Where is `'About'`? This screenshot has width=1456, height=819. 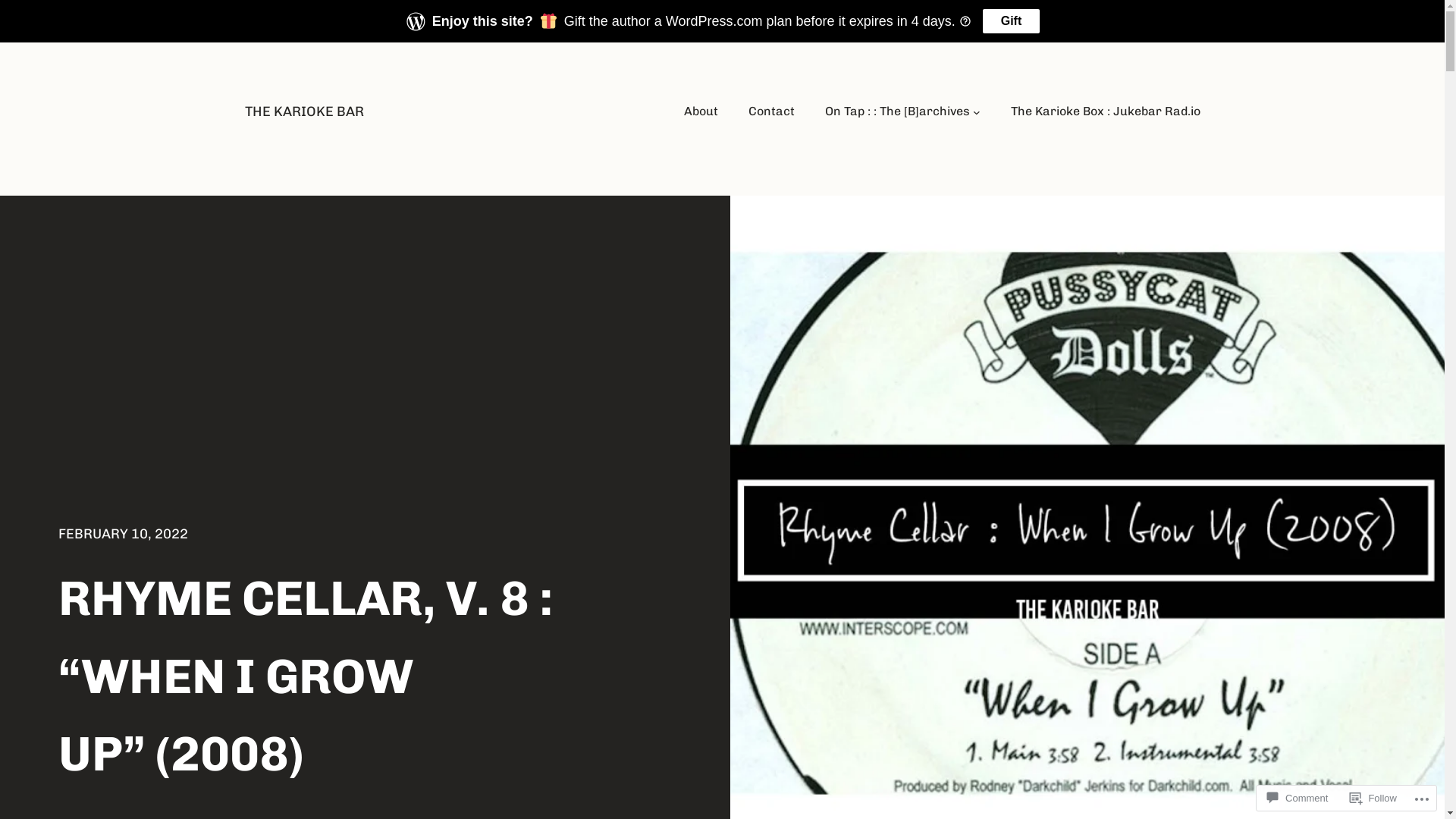 'About' is located at coordinates (700, 110).